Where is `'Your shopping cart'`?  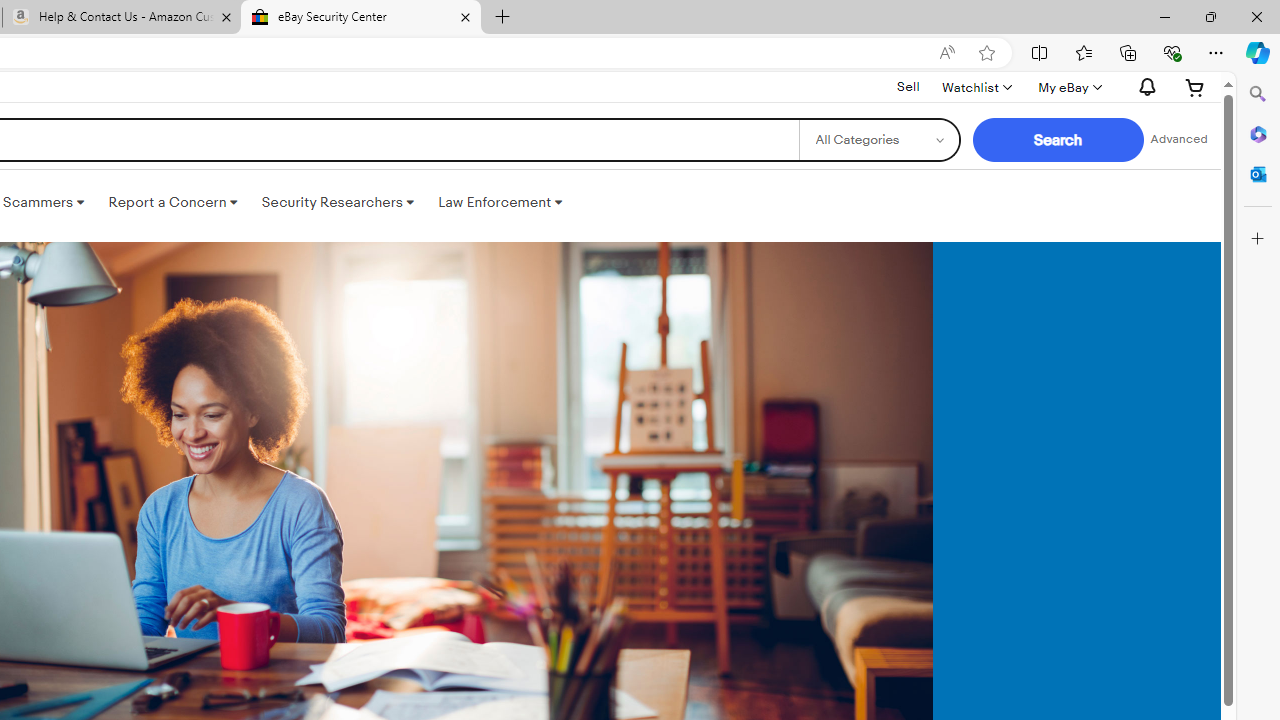
'Your shopping cart' is located at coordinates (1195, 86).